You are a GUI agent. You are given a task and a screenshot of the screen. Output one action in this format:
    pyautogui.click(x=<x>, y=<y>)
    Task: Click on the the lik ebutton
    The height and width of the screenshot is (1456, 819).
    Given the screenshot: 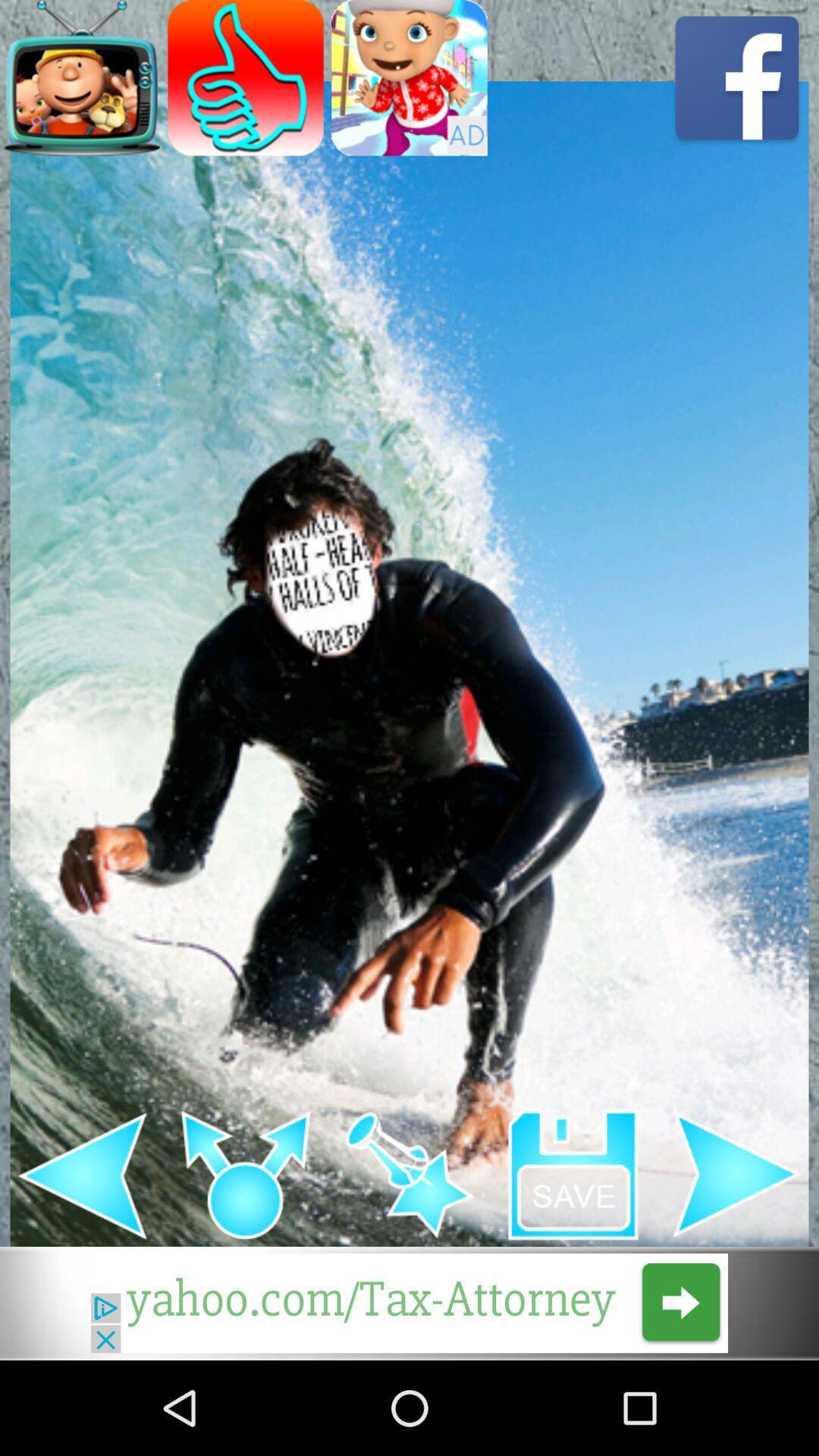 What is the action you would take?
    pyautogui.click(x=245, y=77)
    